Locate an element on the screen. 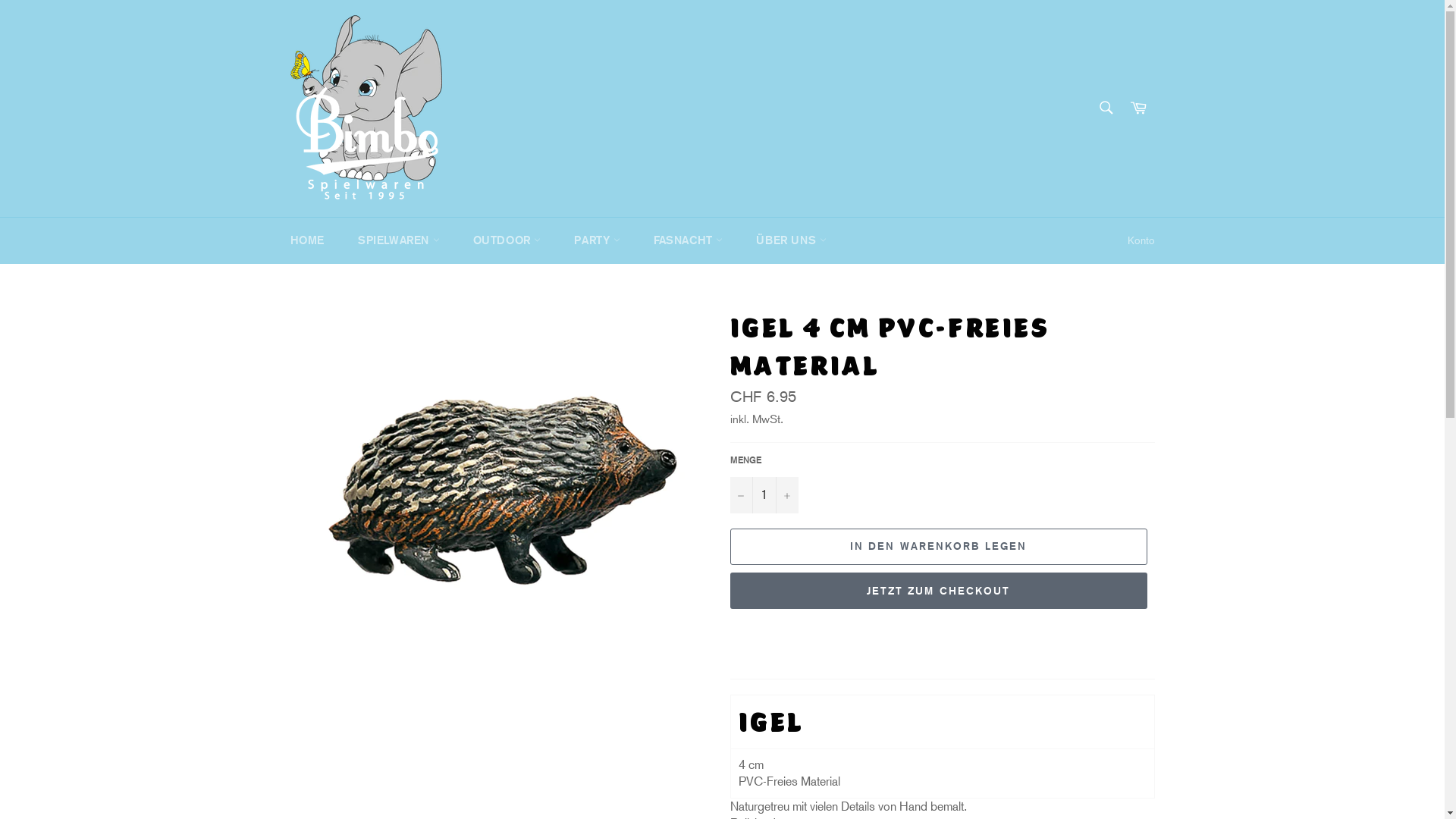 This screenshot has height=819, width=1456. 'JETZT ZUM CHECKOUT' is located at coordinates (937, 590).